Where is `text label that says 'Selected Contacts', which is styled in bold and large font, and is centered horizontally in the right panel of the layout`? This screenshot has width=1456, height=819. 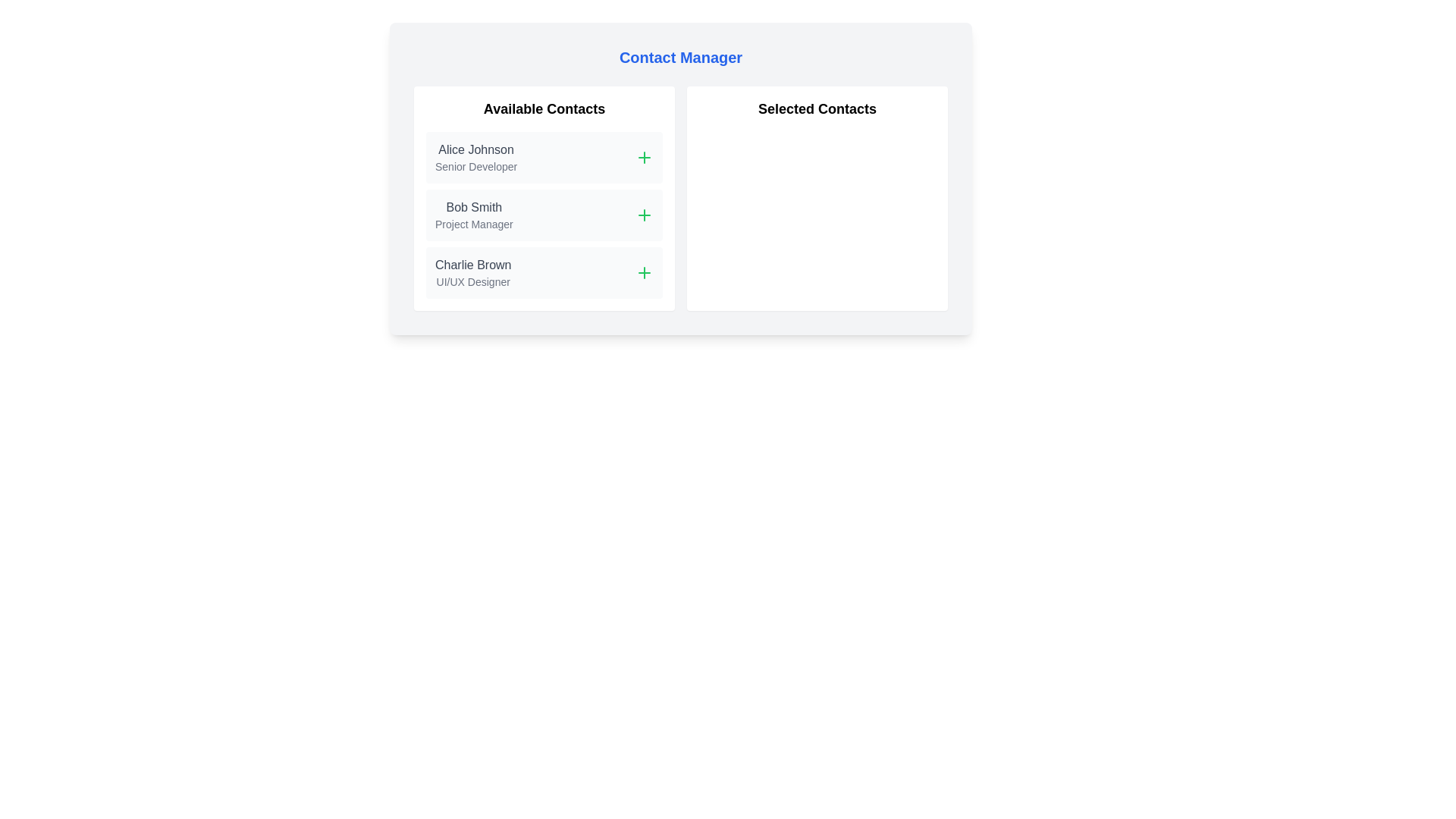 text label that says 'Selected Contacts', which is styled in bold and large font, and is centered horizontally in the right panel of the layout is located at coordinates (817, 108).